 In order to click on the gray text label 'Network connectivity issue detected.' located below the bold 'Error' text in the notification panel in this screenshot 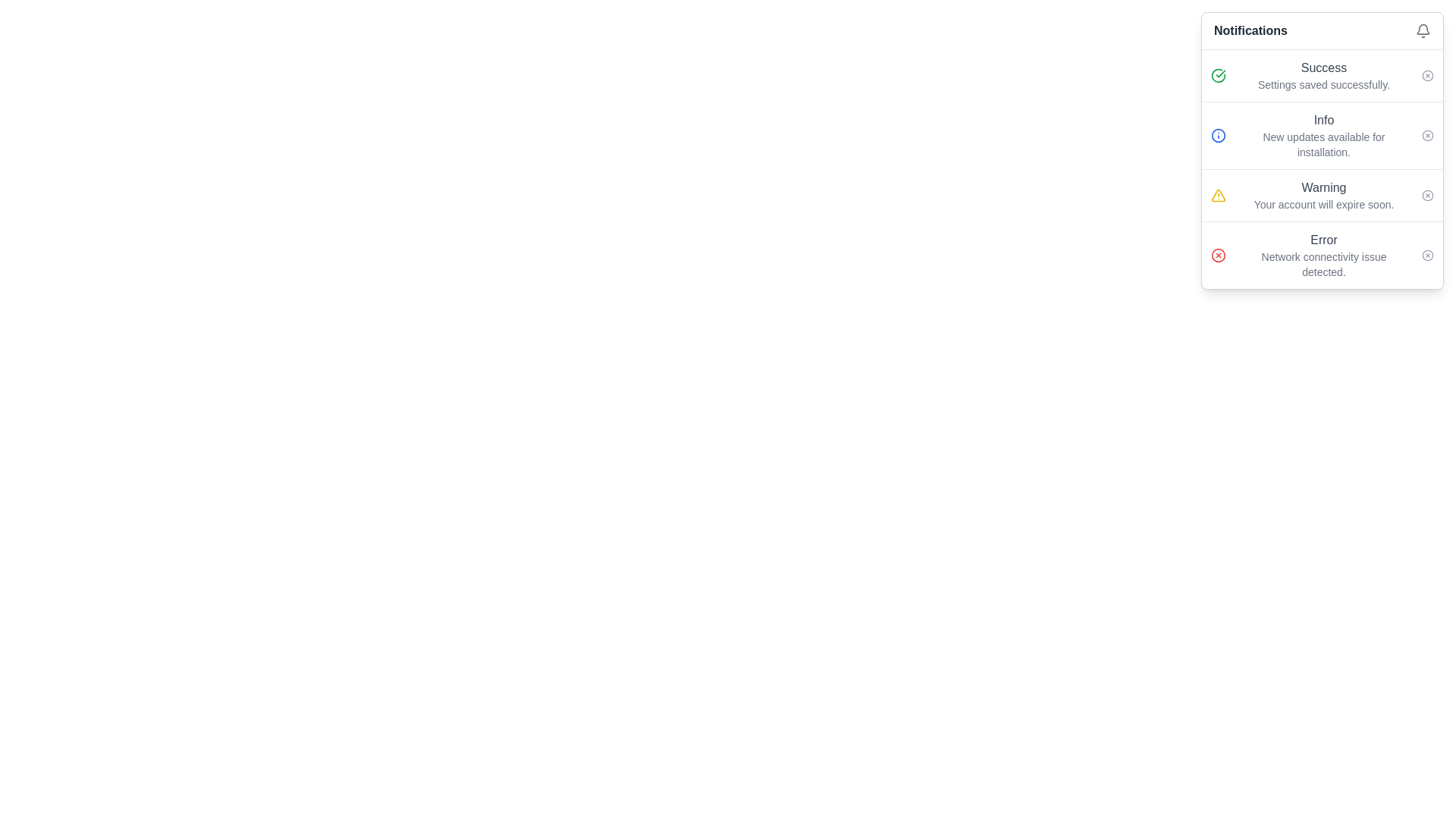, I will do `click(1323, 263)`.